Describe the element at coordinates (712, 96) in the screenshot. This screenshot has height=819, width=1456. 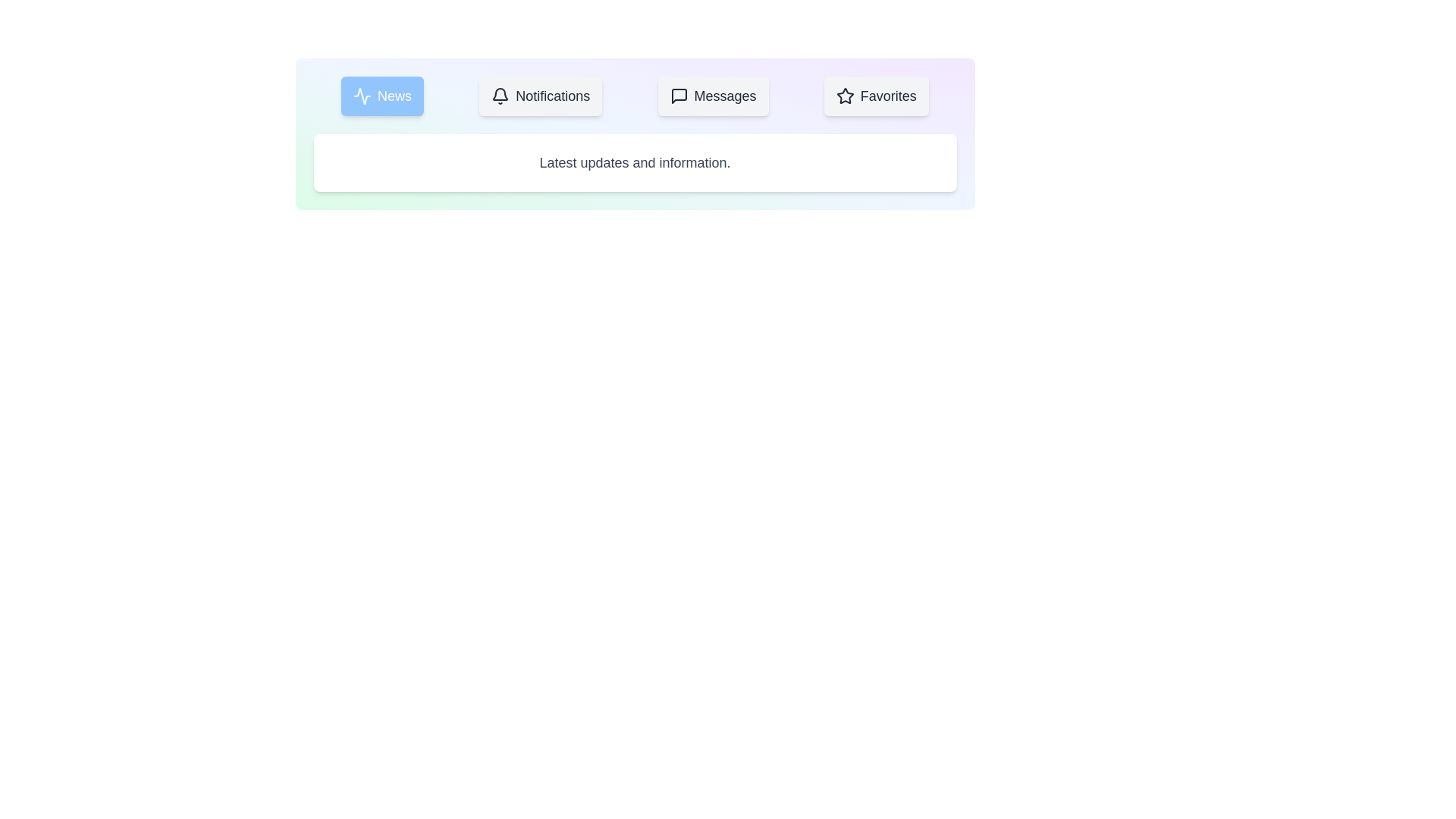
I see `the tab labeled Messages` at that location.